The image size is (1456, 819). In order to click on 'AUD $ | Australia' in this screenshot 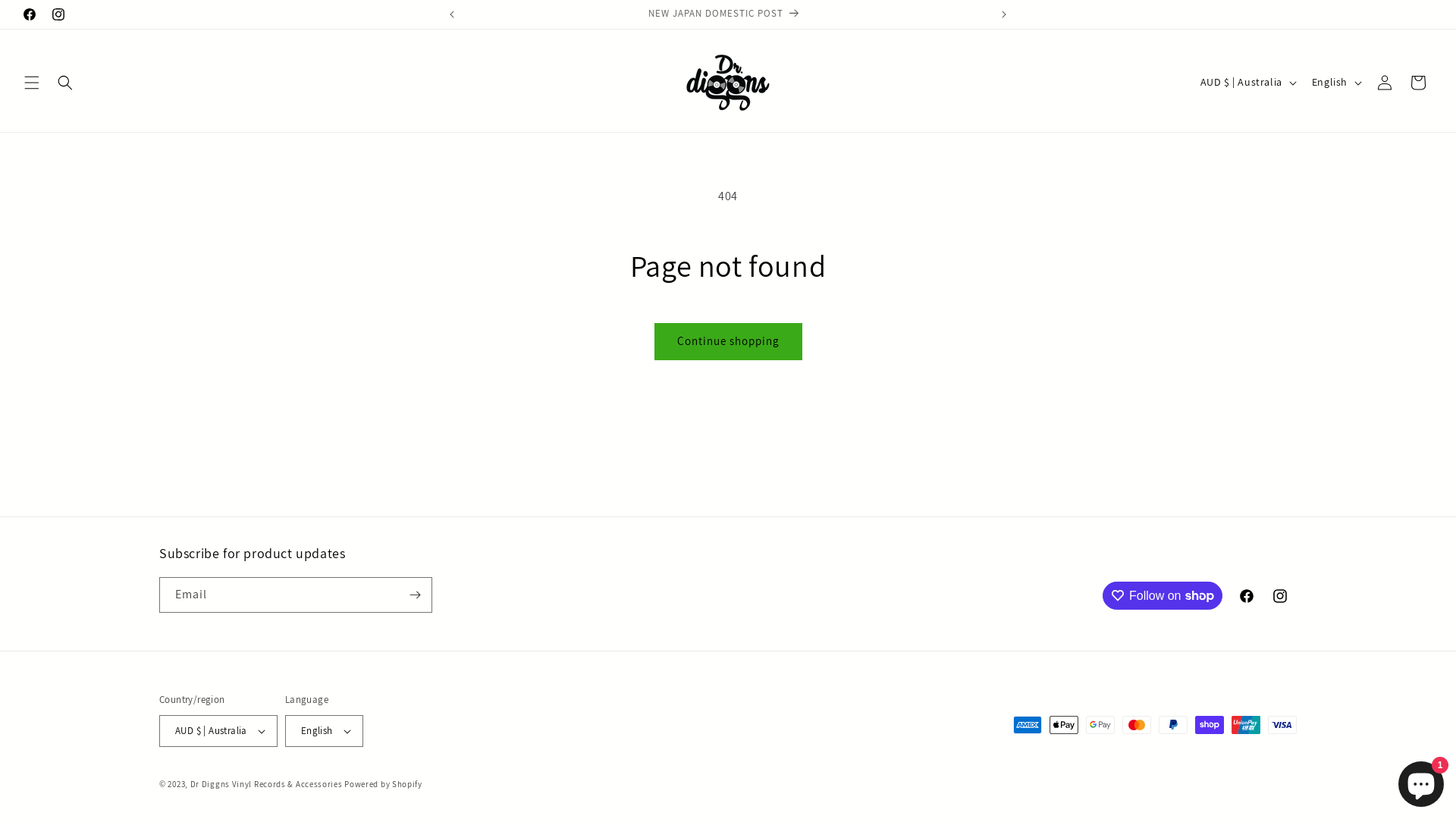, I will do `click(1247, 82)`.